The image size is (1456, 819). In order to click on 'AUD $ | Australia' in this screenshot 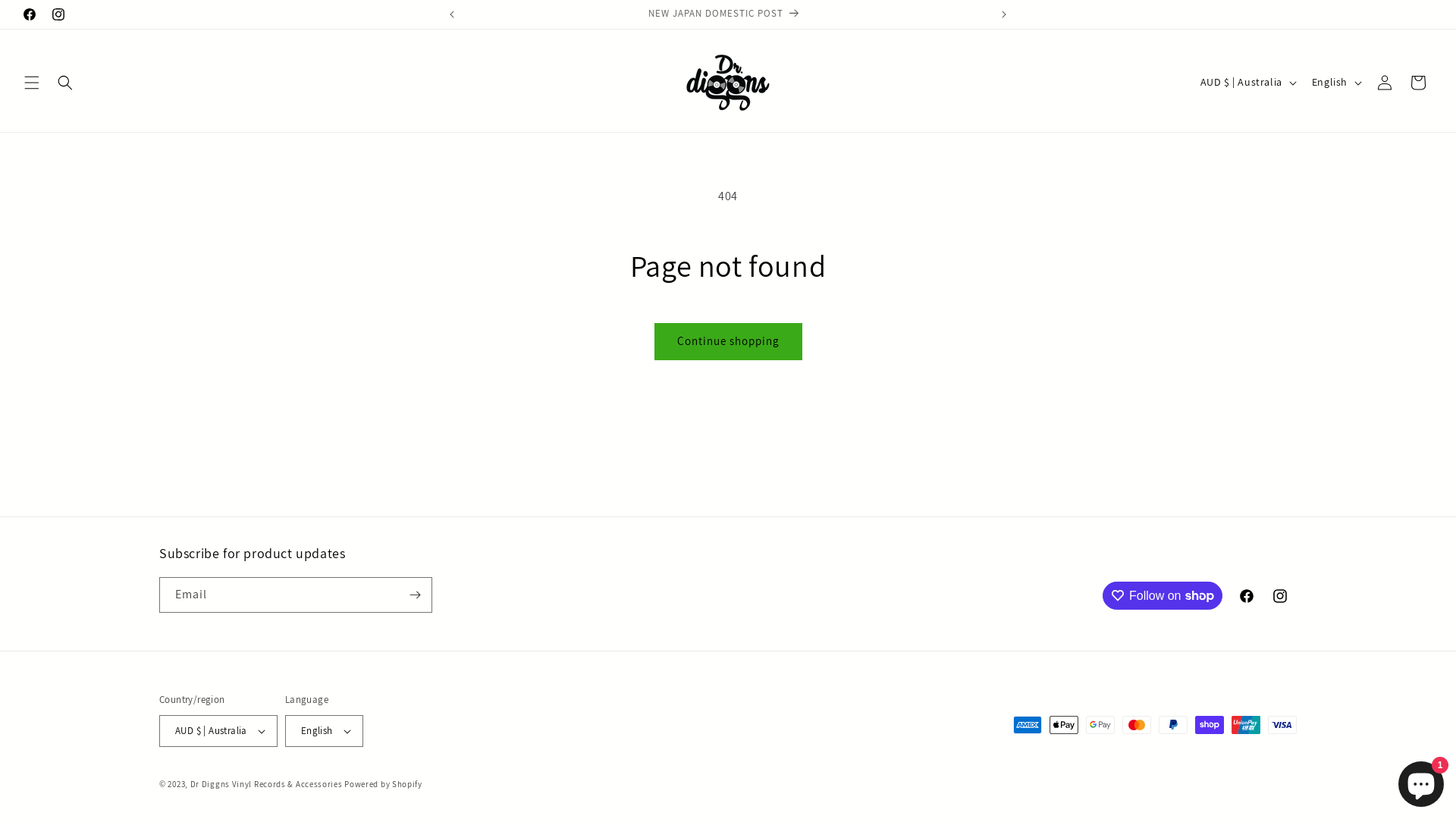, I will do `click(1247, 82)`.